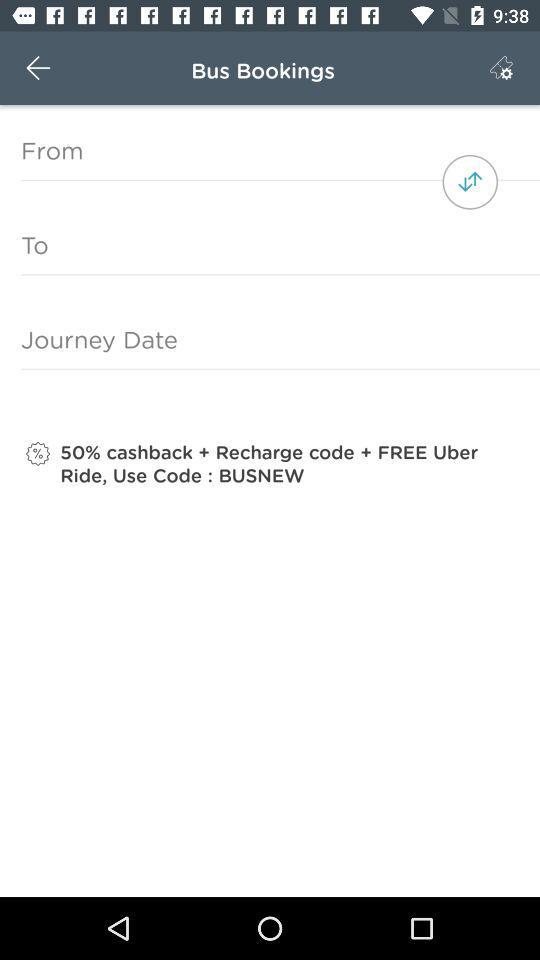  Describe the element at coordinates (38, 68) in the screenshot. I see `the icon next to the bus bookings item` at that location.